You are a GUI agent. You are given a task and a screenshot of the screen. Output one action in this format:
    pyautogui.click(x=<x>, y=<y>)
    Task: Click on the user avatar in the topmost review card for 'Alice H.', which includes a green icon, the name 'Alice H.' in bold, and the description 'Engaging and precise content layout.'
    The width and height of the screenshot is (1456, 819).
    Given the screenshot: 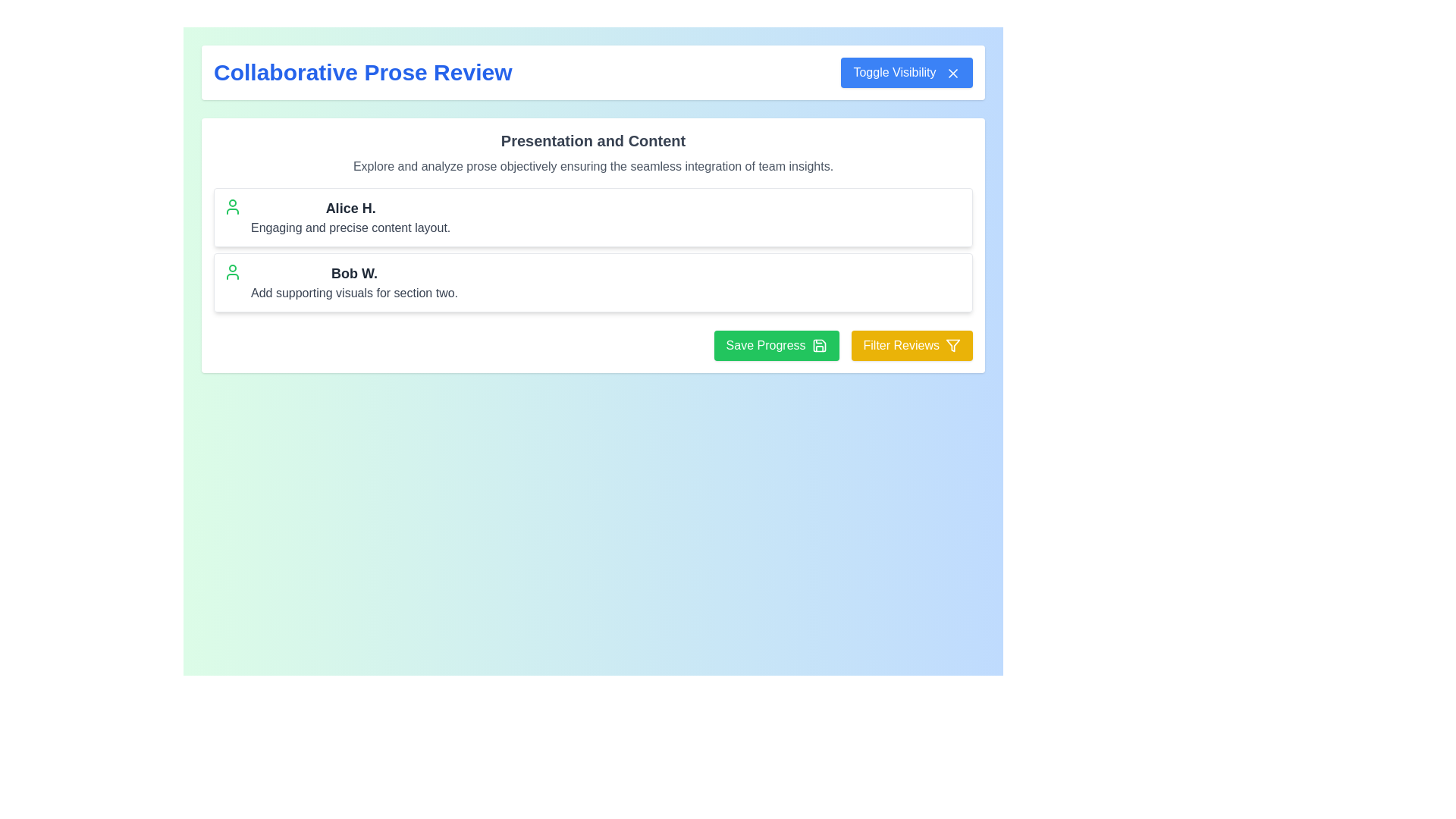 What is the action you would take?
    pyautogui.click(x=592, y=217)
    